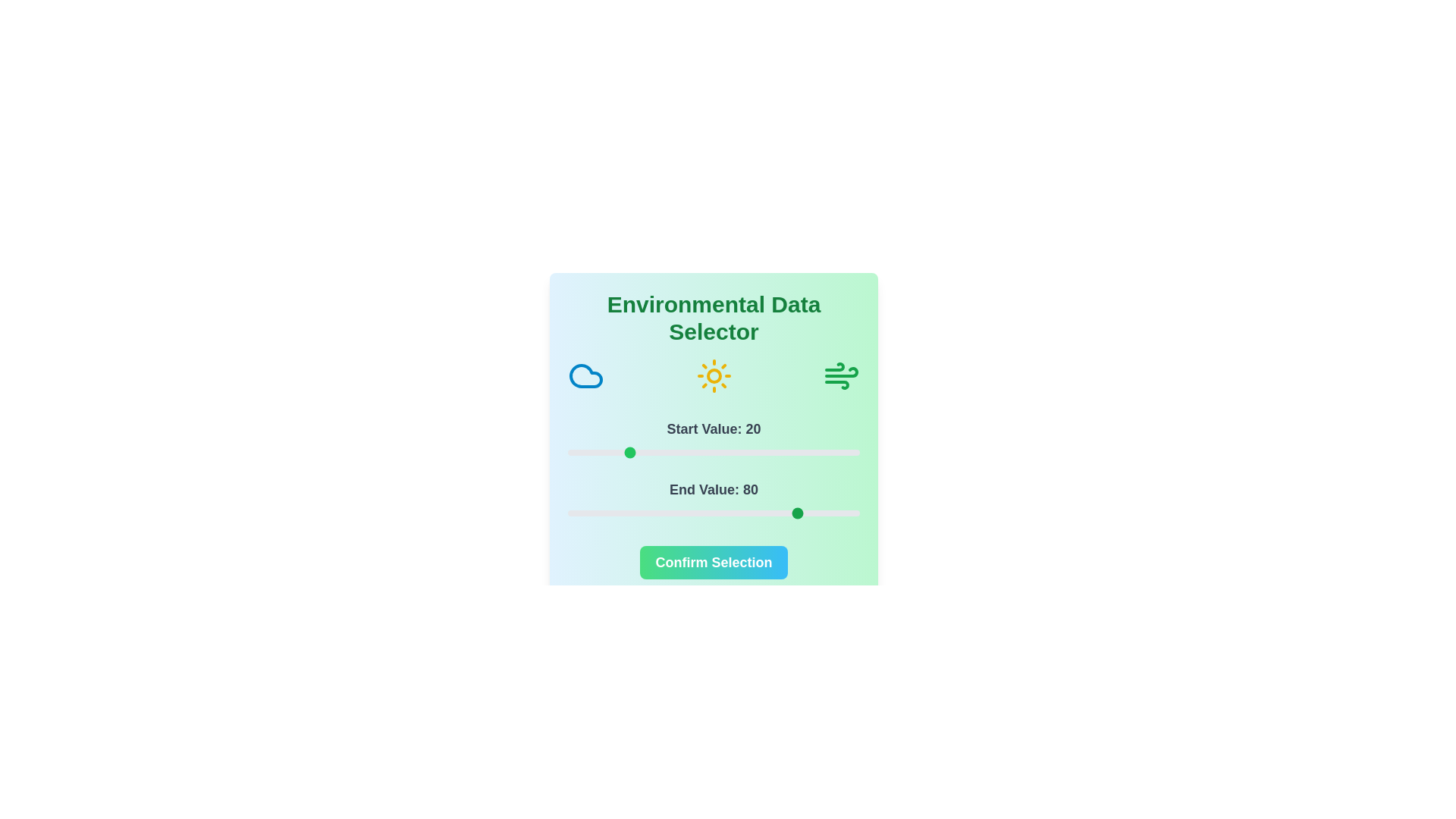  I want to click on the interactive panel for selecting environmental data values, so click(713, 435).